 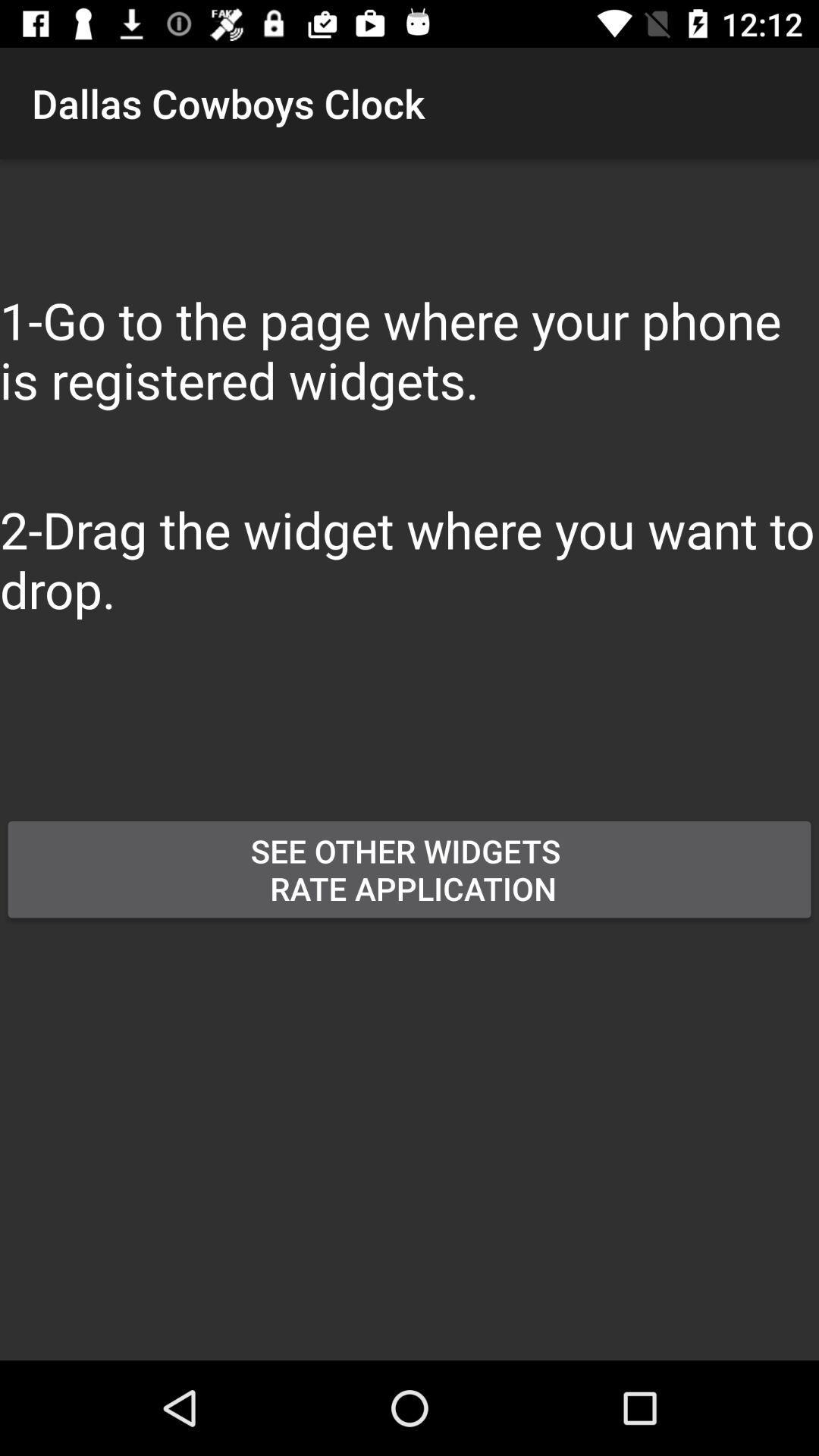 What do you see at coordinates (318, 759) in the screenshot?
I see `the icon below the 2 drag the icon` at bounding box center [318, 759].